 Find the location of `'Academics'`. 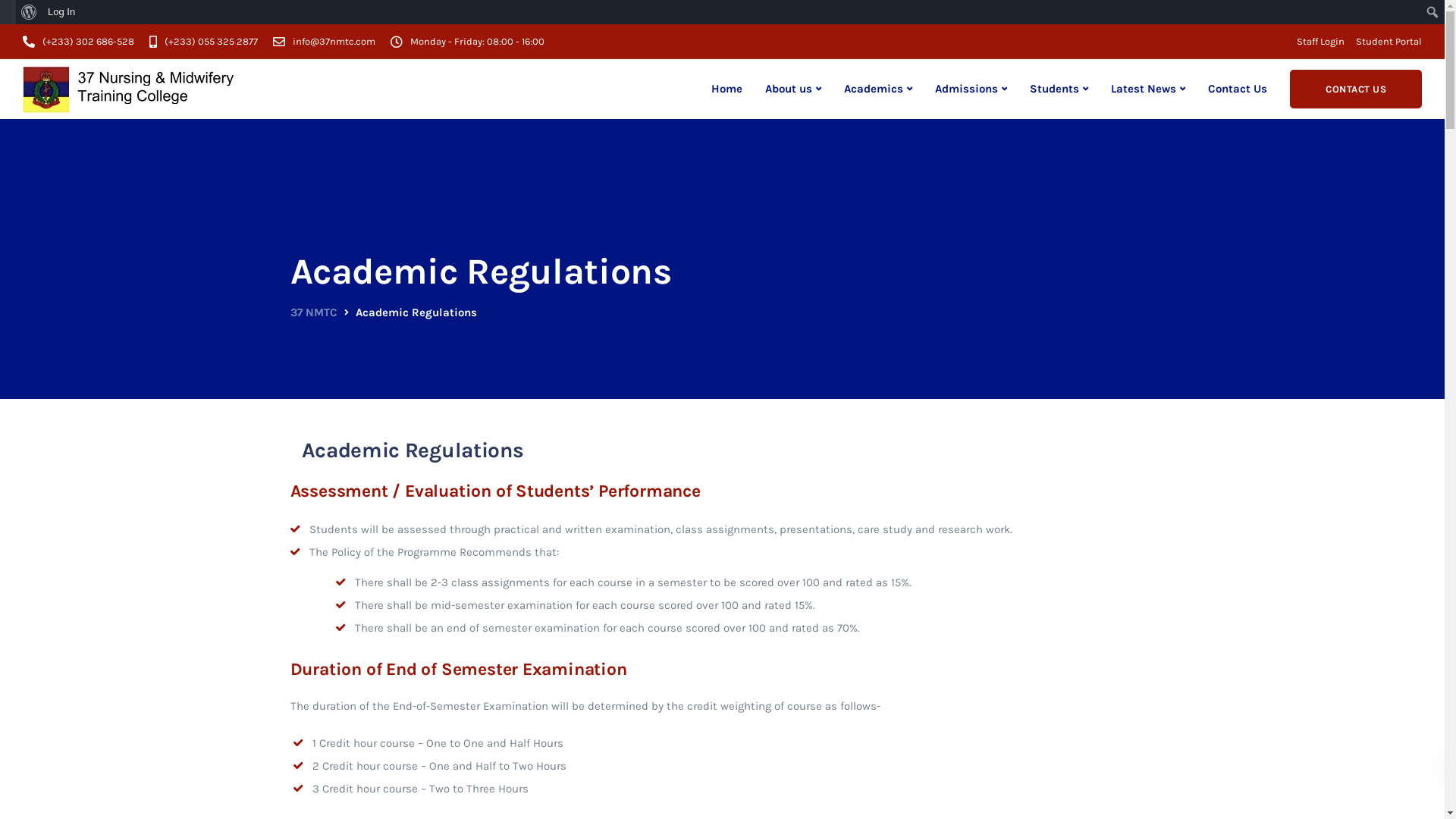

'Academics' is located at coordinates (877, 89).